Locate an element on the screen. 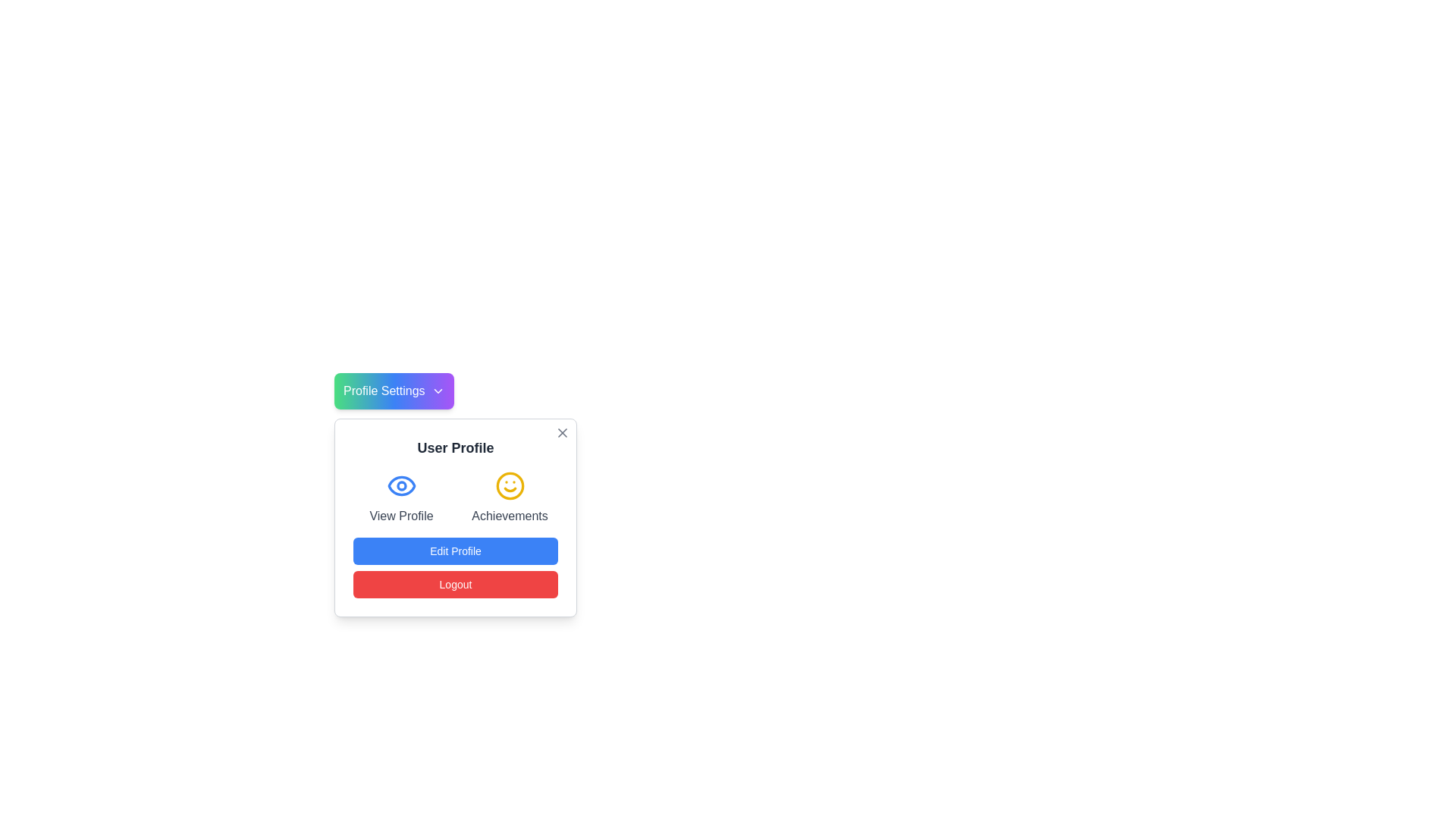 The width and height of the screenshot is (1456, 819). the blue eye-shaped icon in the 'View Profile' section of the User Profile modal, which is positioned above the text 'View Profile' is located at coordinates (401, 485).